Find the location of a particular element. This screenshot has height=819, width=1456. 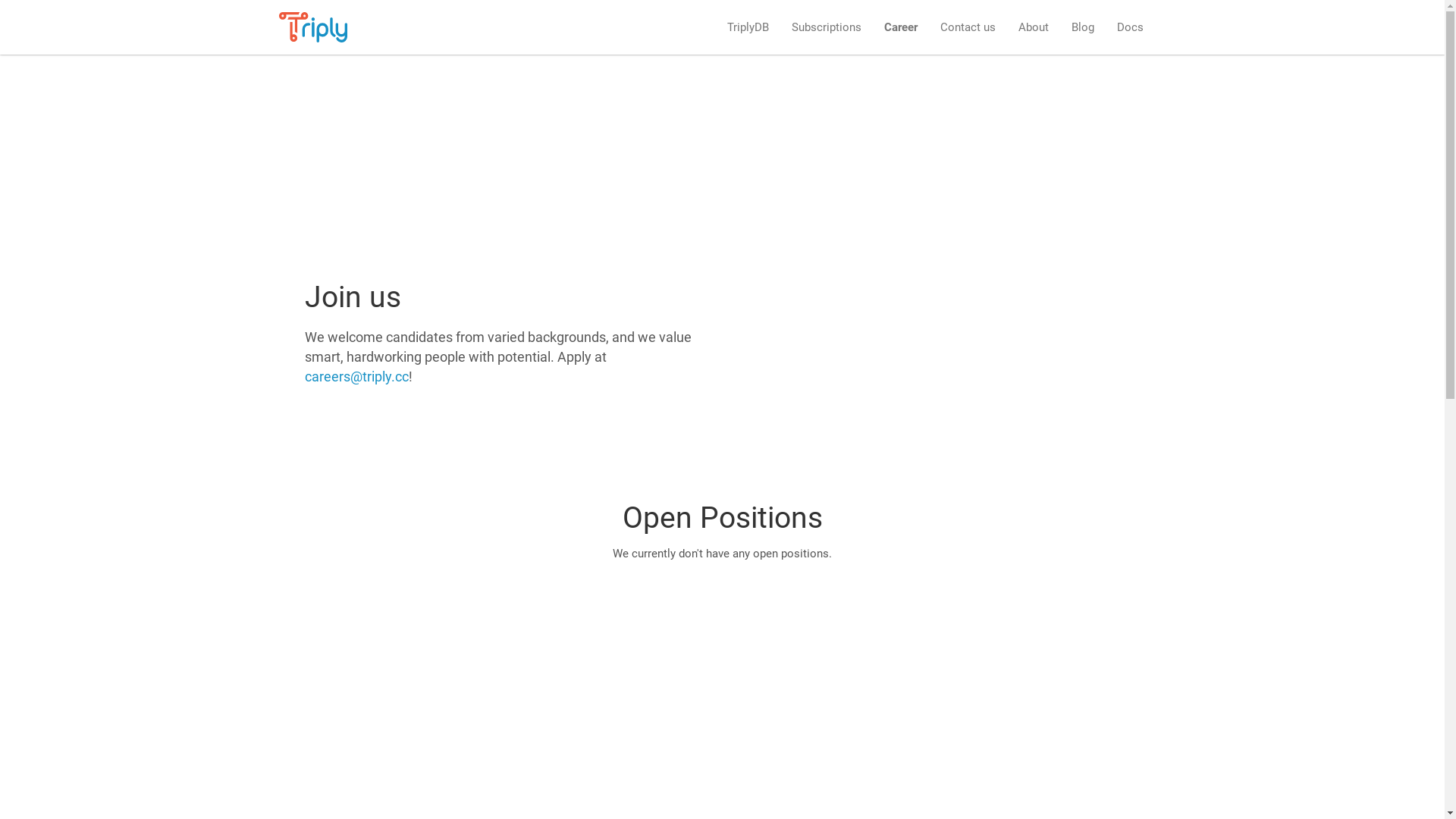

'Contact us' is located at coordinates (966, 27).